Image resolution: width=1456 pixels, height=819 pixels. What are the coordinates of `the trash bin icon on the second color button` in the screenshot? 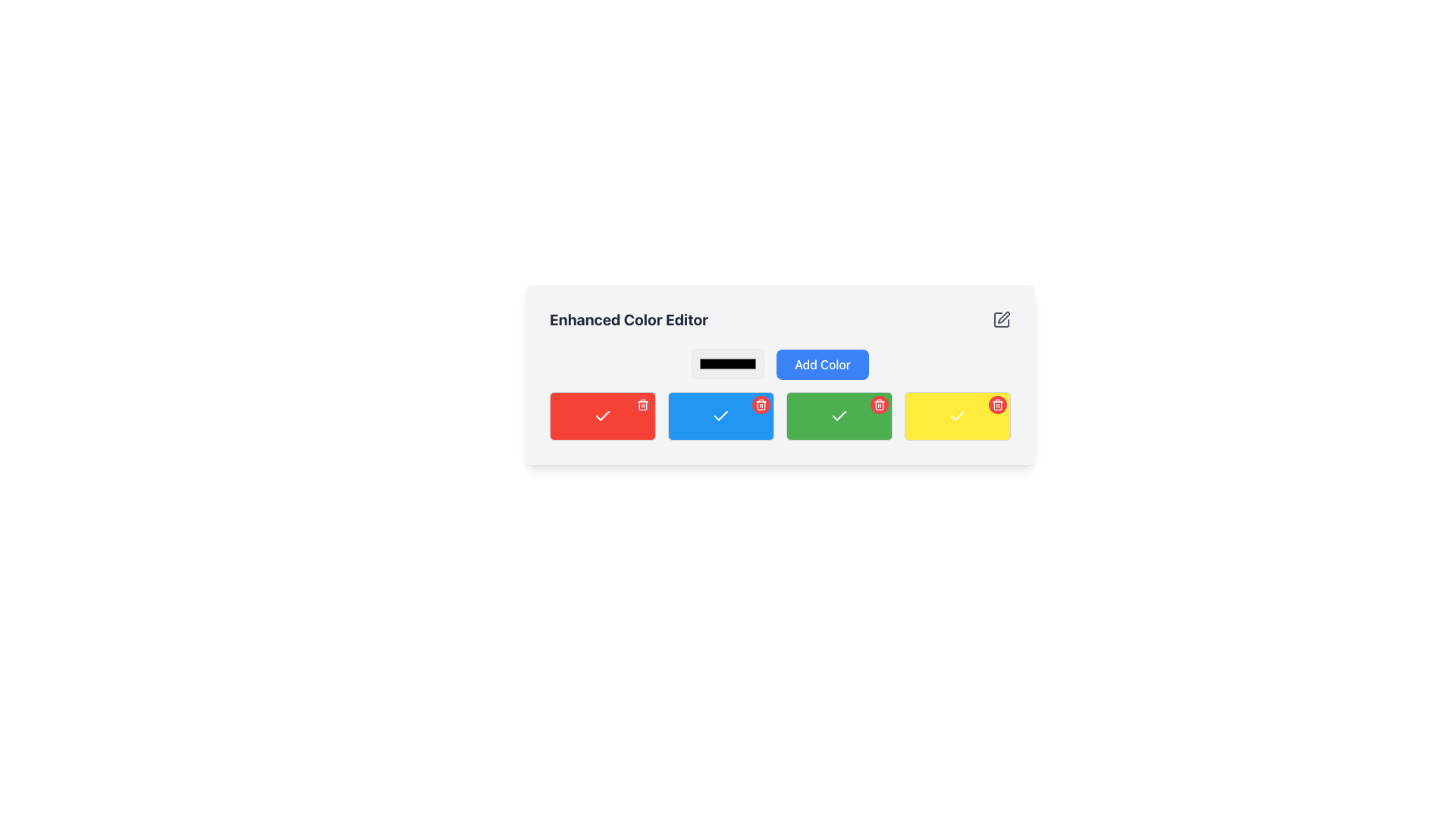 It's located at (720, 416).